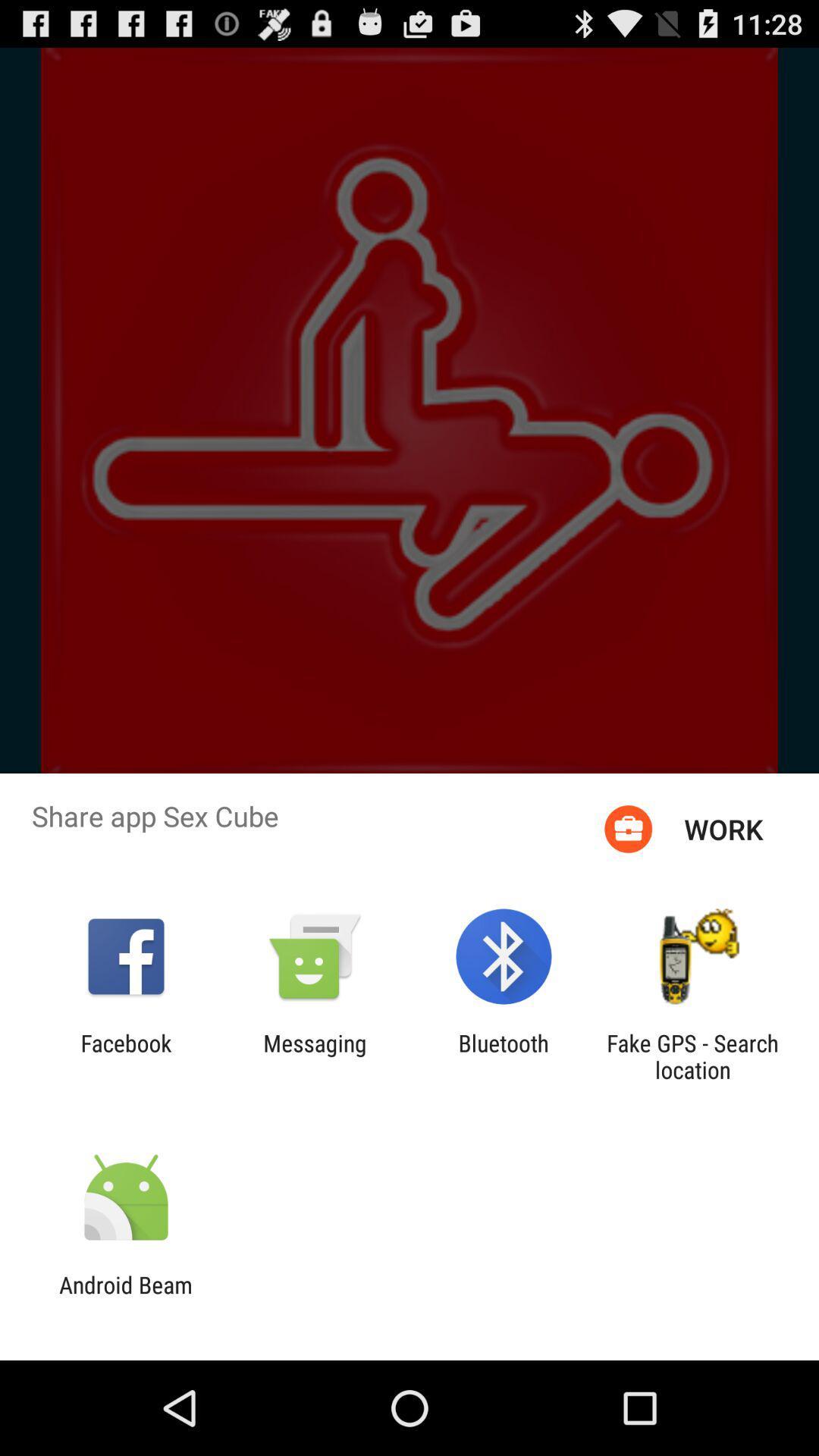 The image size is (819, 1456). I want to click on the fake gps search icon, so click(692, 1056).